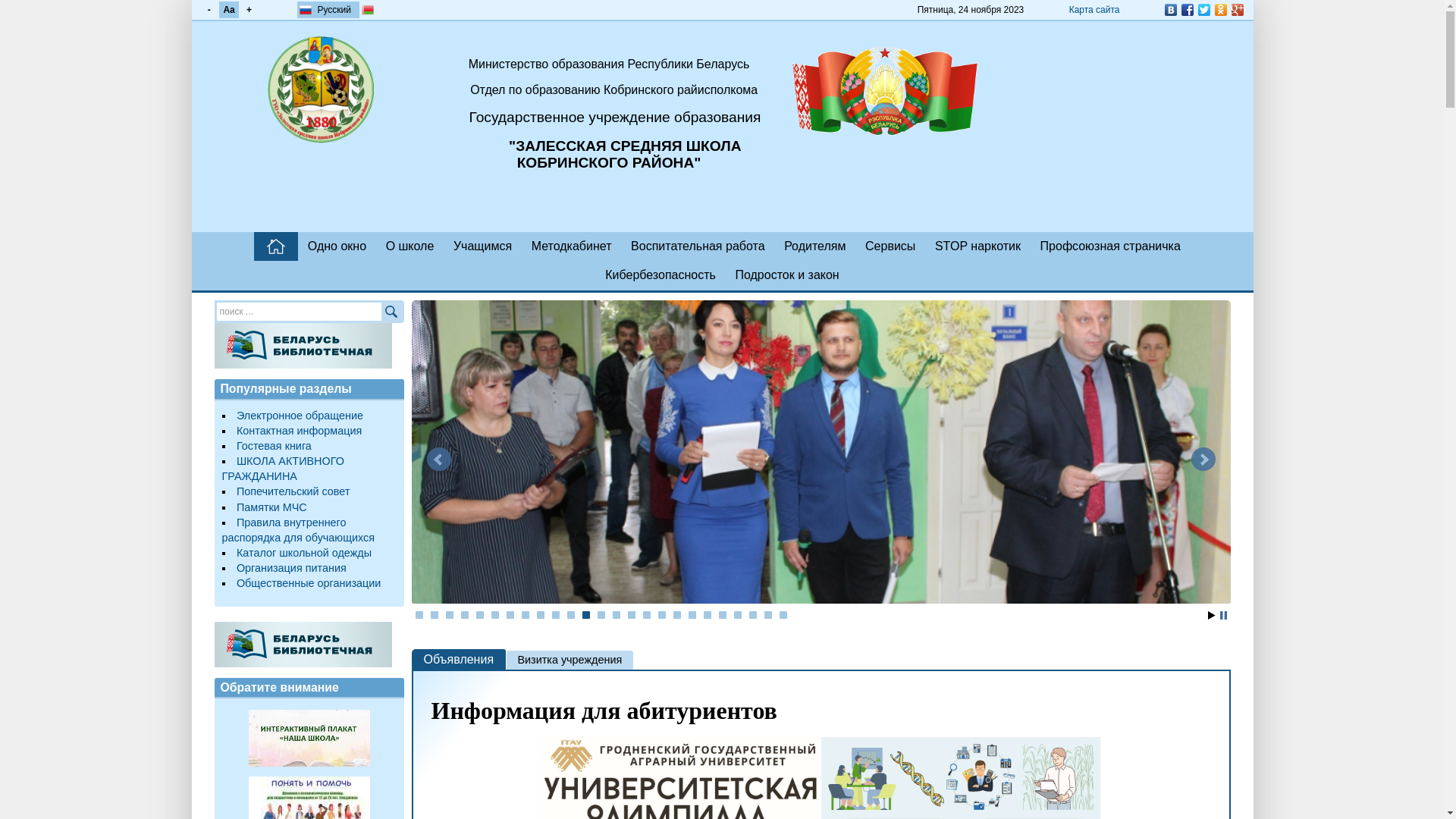 The height and width of the screenshot is (819, 1456). I want to click on '3', so click(449, 614).